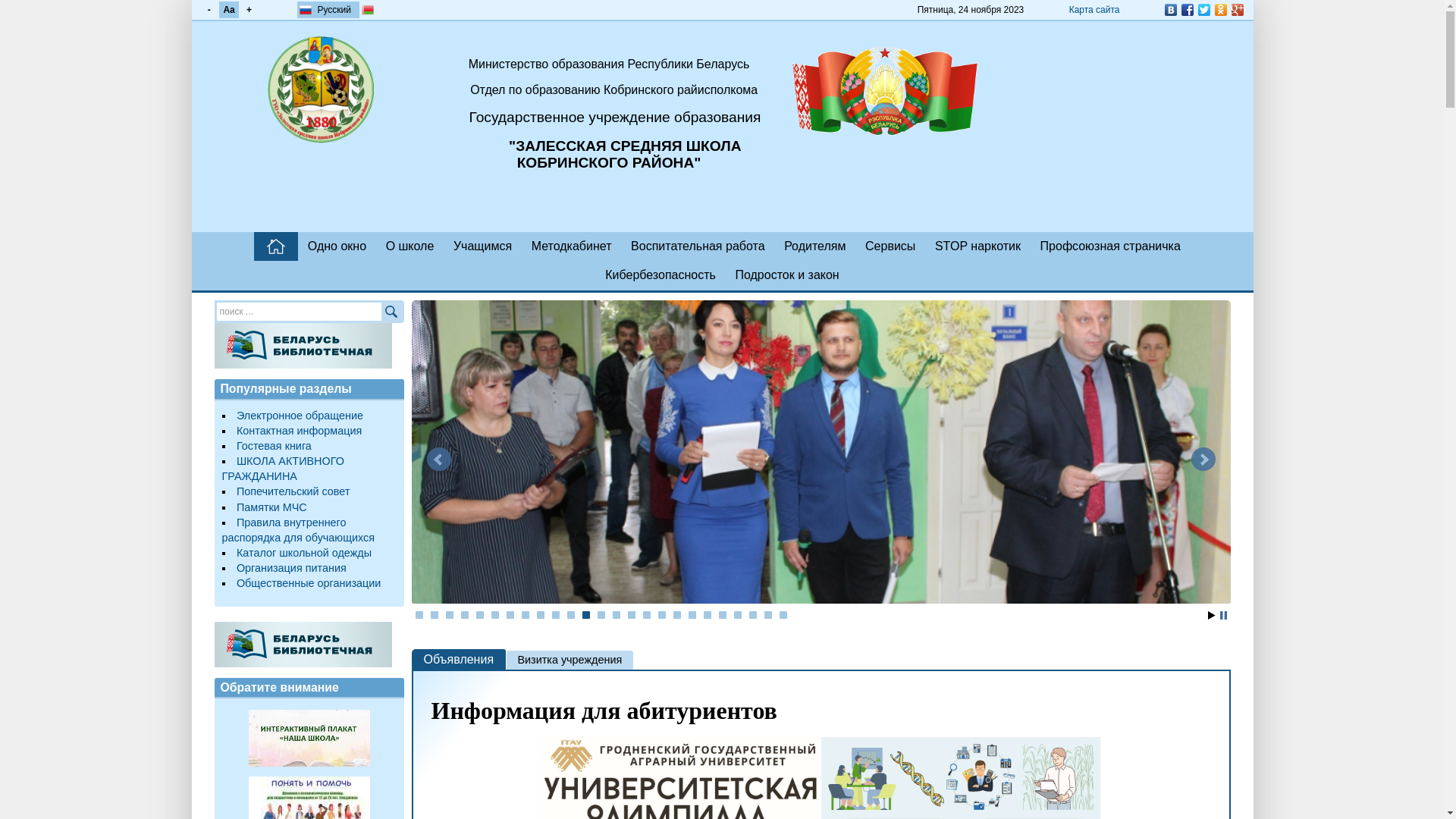 The height and width of the screenshot is (819, 1456). I want to click on '3', so click(449, 614).